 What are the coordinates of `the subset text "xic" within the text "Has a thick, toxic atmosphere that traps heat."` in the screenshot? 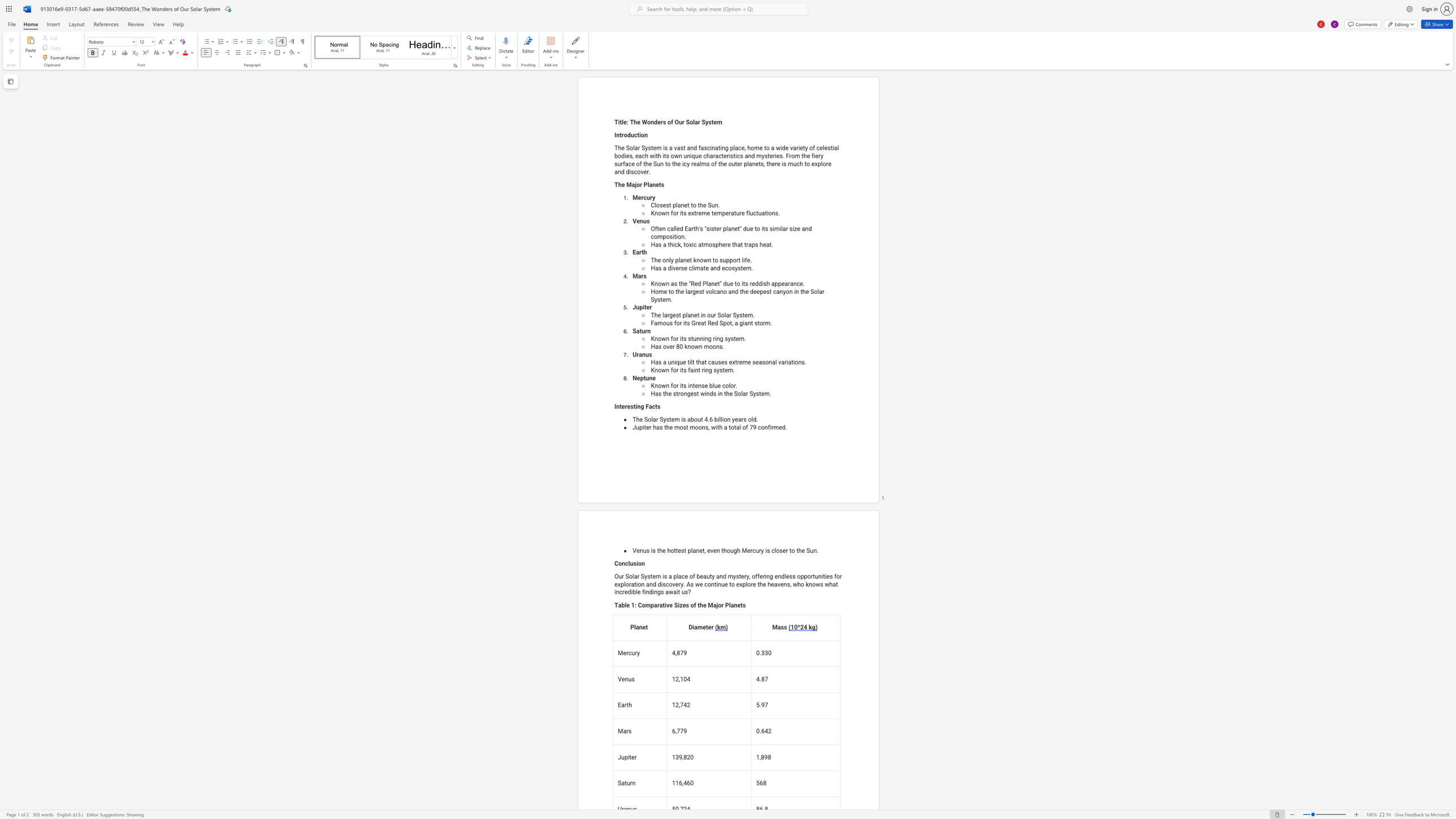 It's located at (689, 244).